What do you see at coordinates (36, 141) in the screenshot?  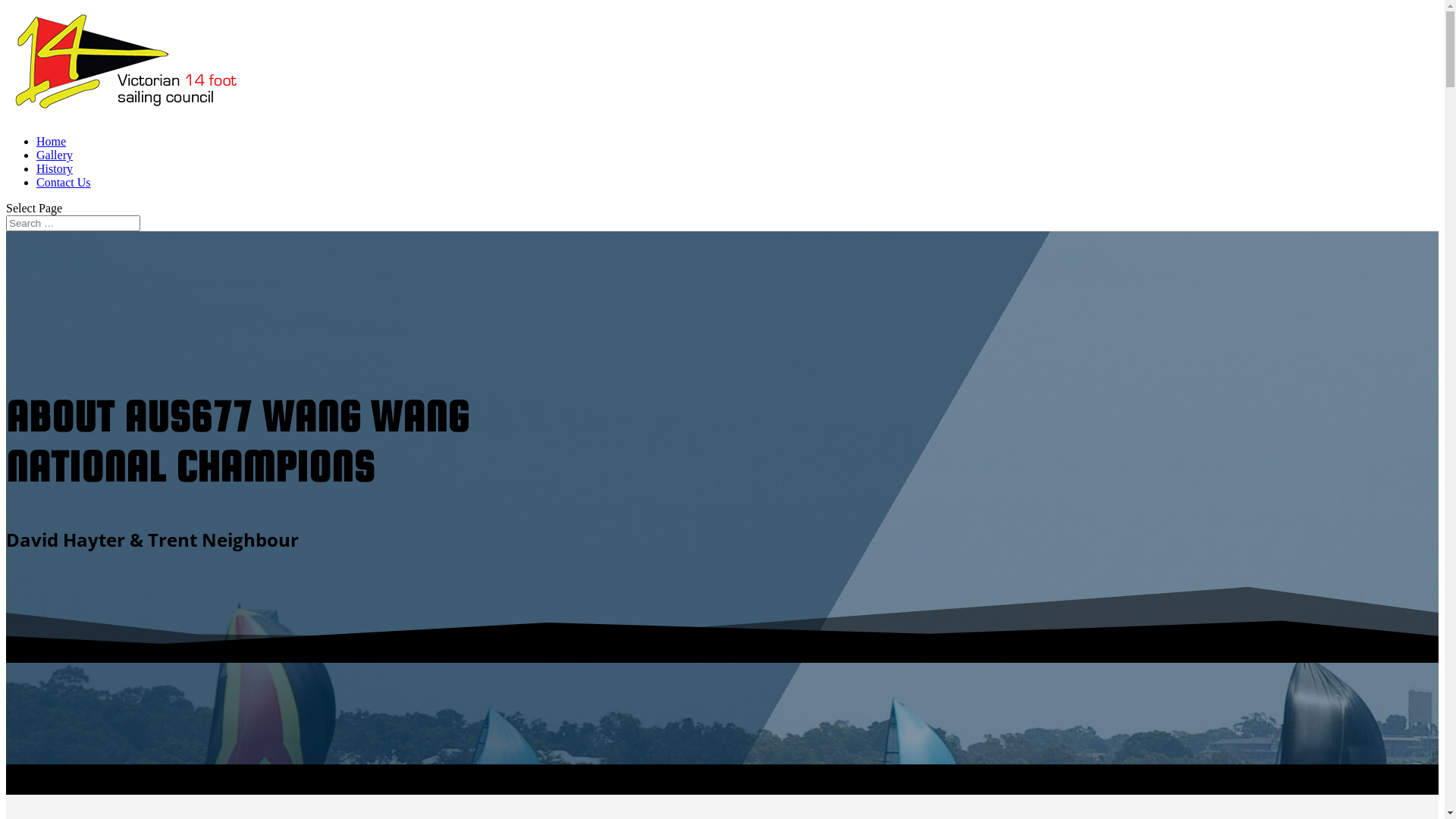 I see `'Home'` at bounding box center [36, 141].